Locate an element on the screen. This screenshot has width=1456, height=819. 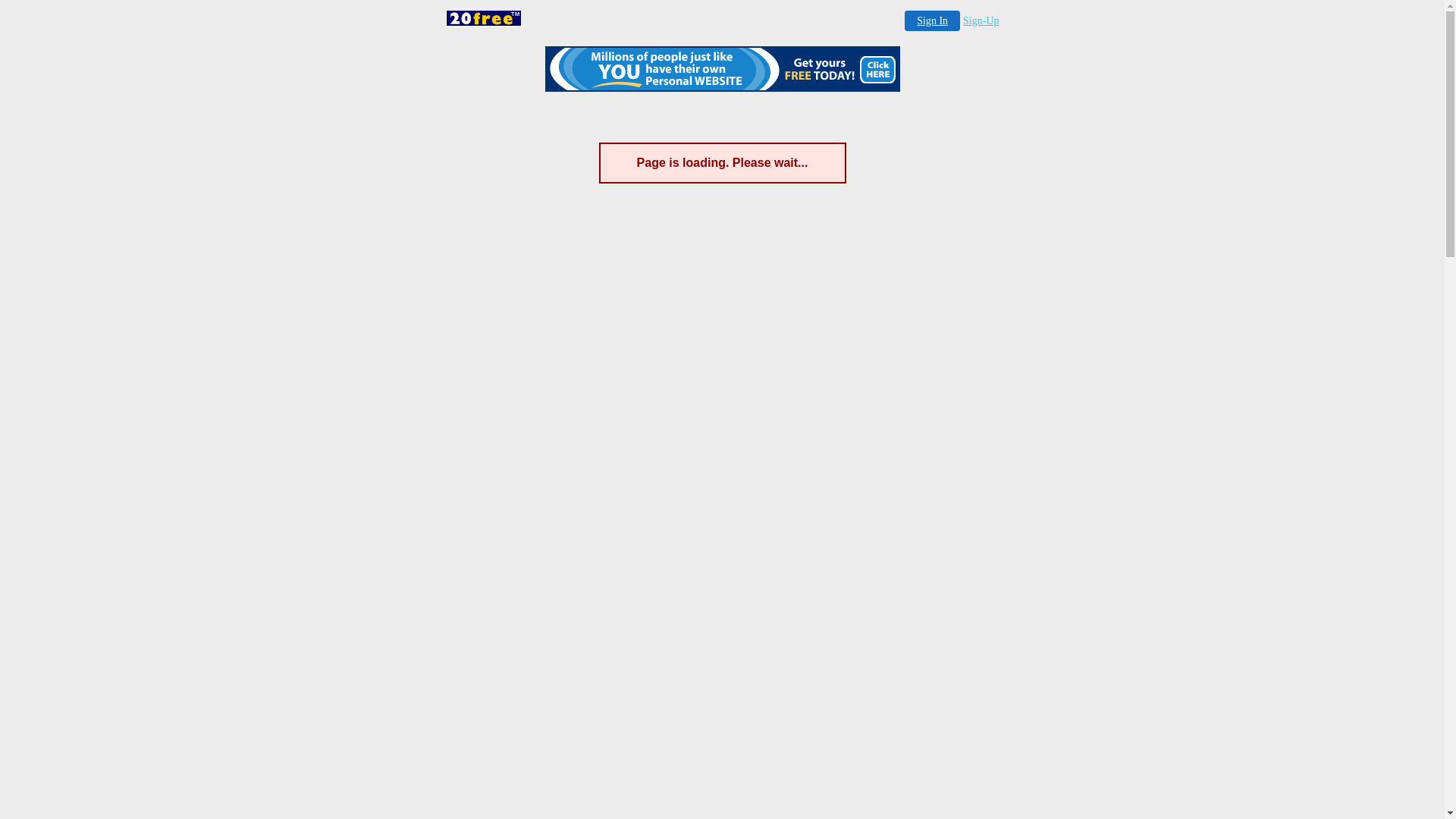
'Sign In' is located at coordinates (931, 20).